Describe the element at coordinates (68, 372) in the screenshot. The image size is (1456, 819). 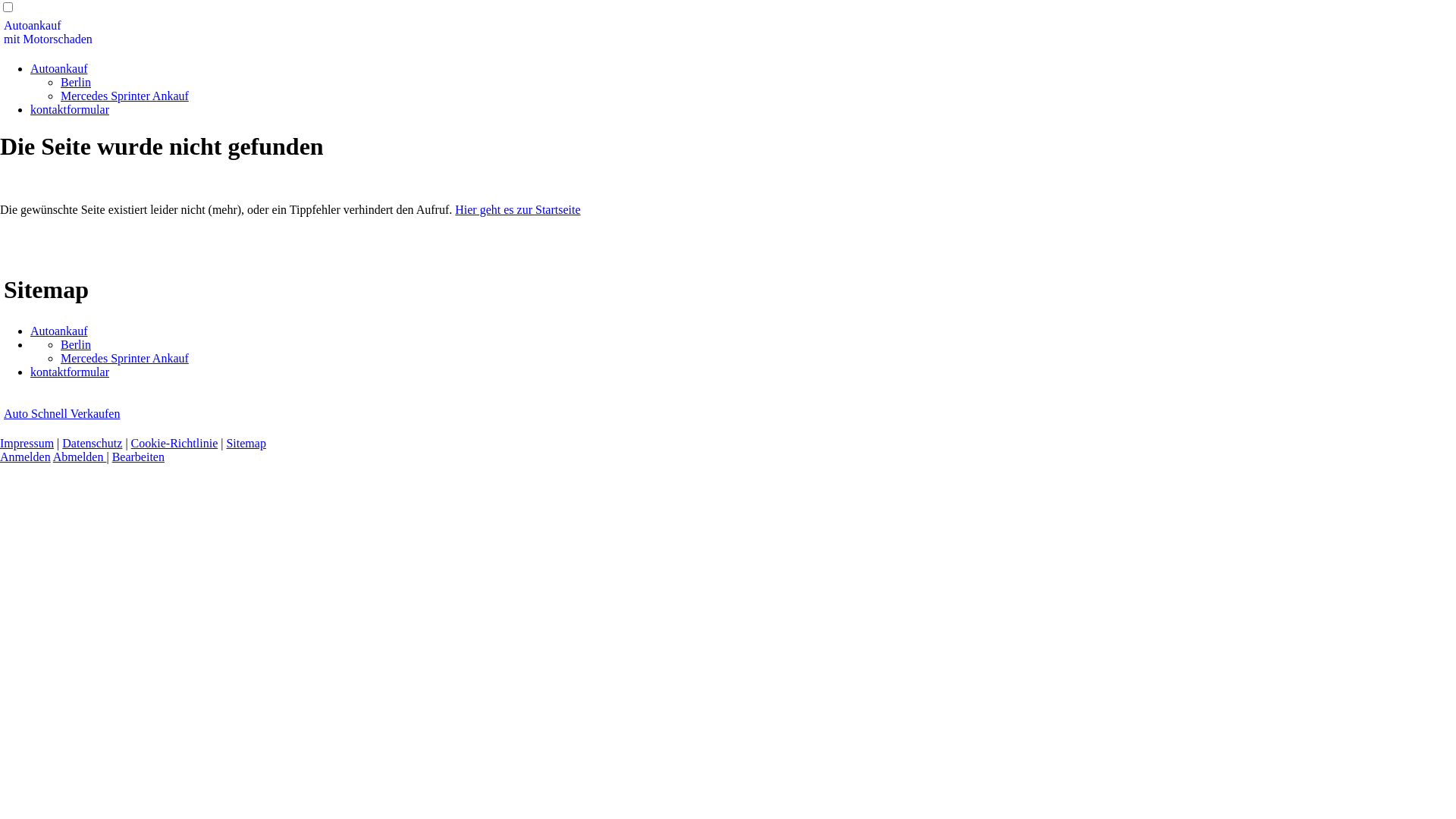
I see `'kontaktformular'` at that location.